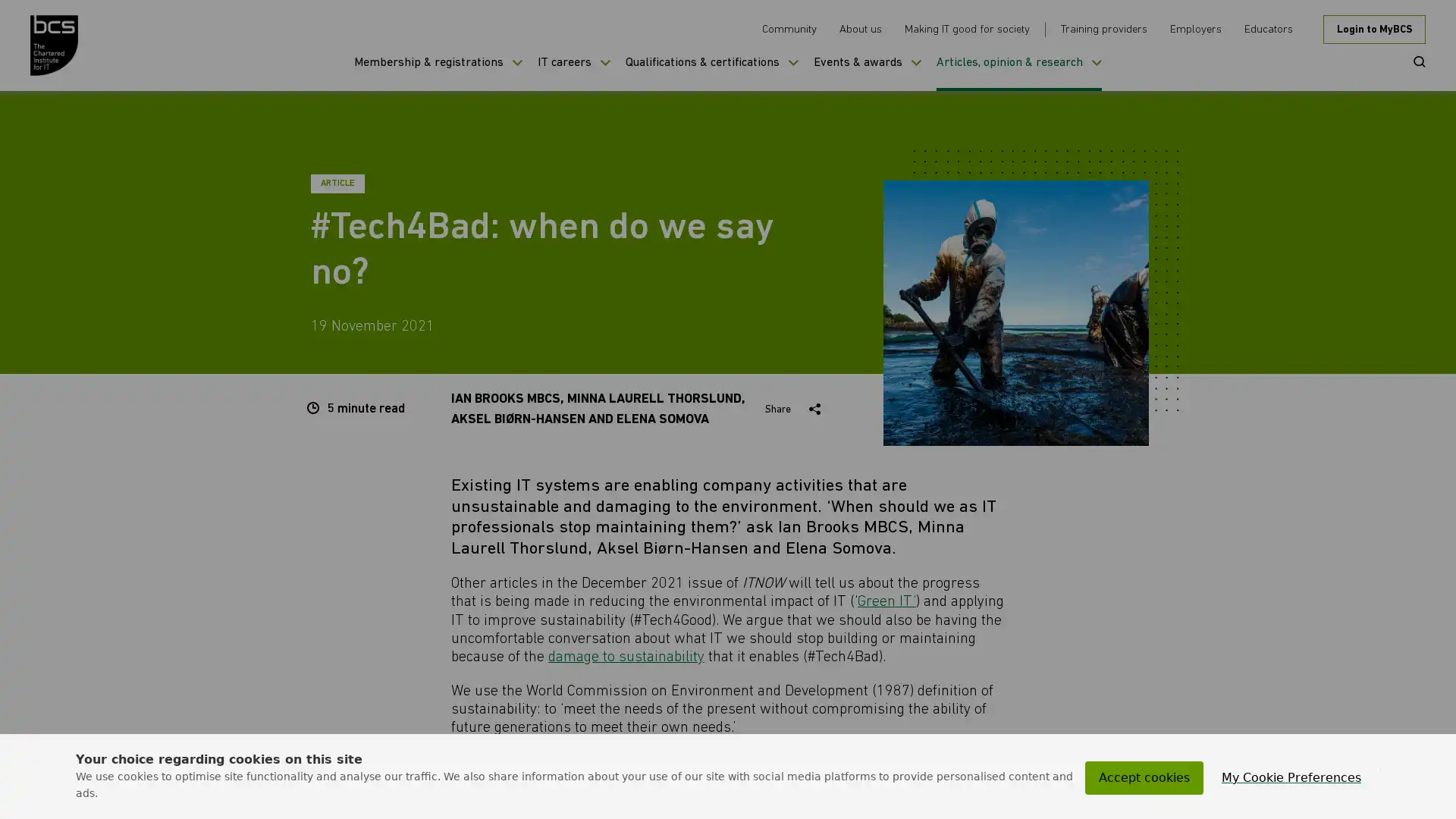  Describe the element at coordinates (1379, 769) in the screenshot. I see `Close Cookie Control` at that location.